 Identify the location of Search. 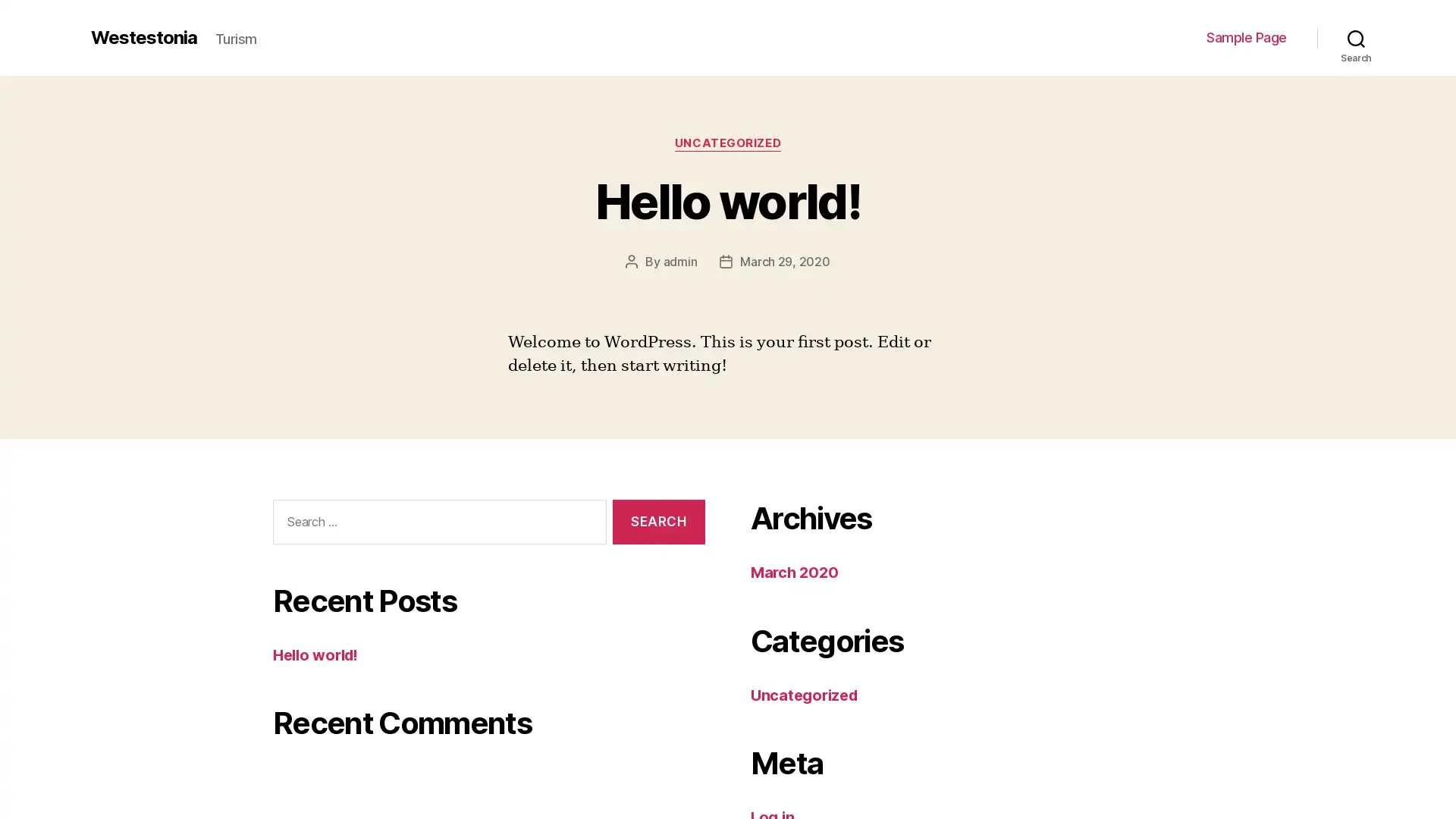
(1356, 37).